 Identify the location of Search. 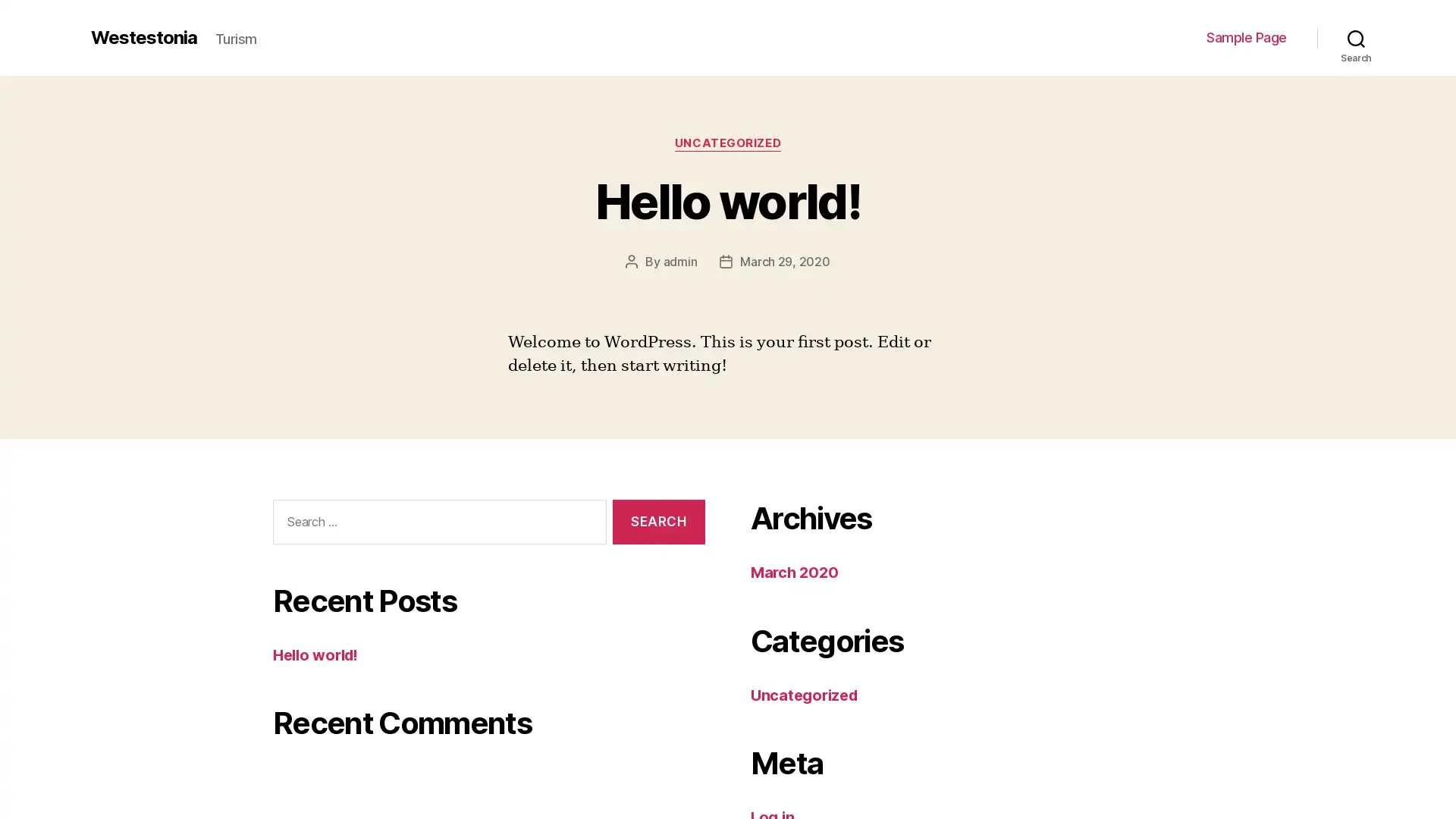
(1356, 37).